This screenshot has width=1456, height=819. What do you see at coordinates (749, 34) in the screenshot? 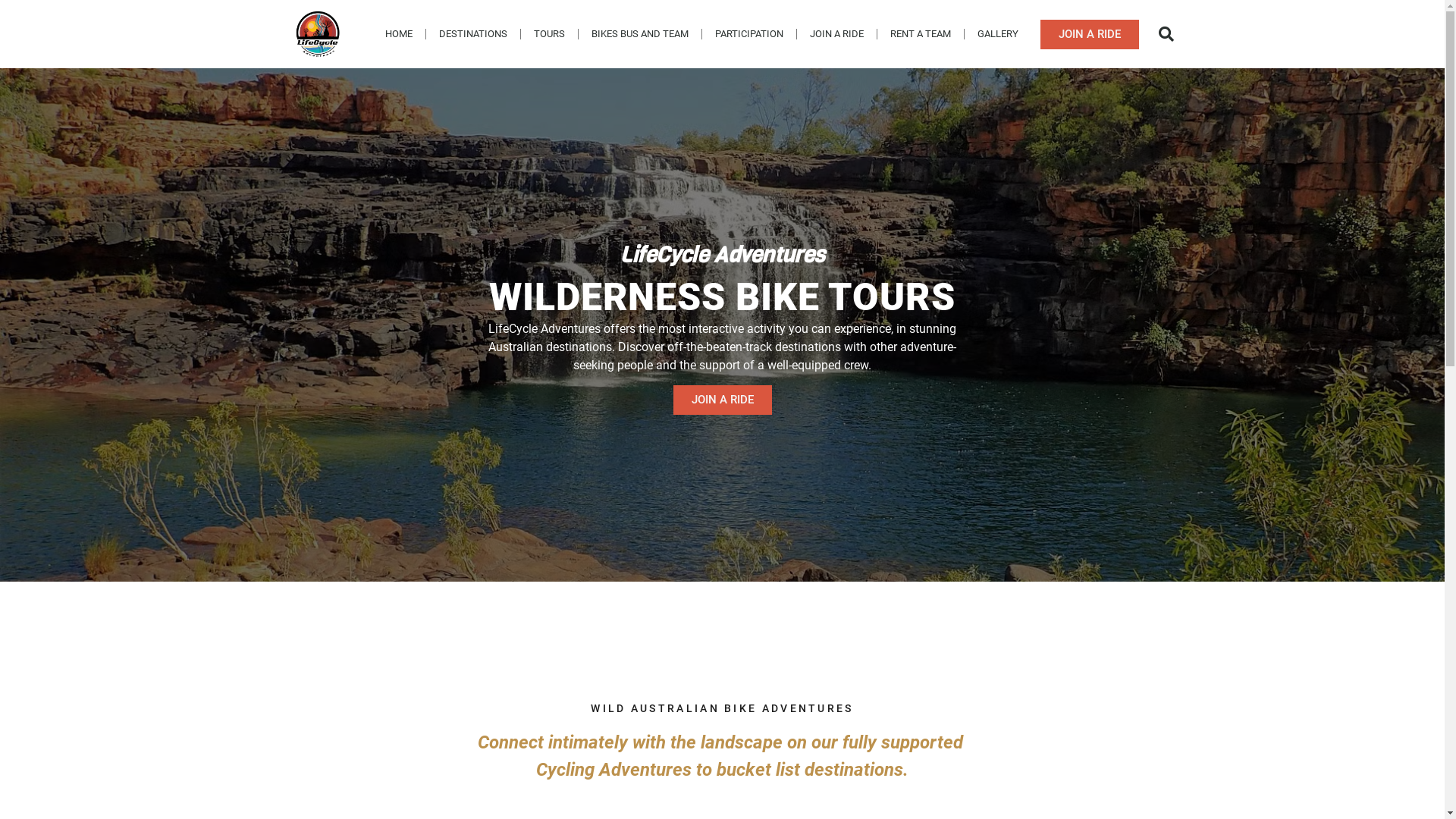
I see `'PARTICIPATION'` at bounding box center [749, 34].